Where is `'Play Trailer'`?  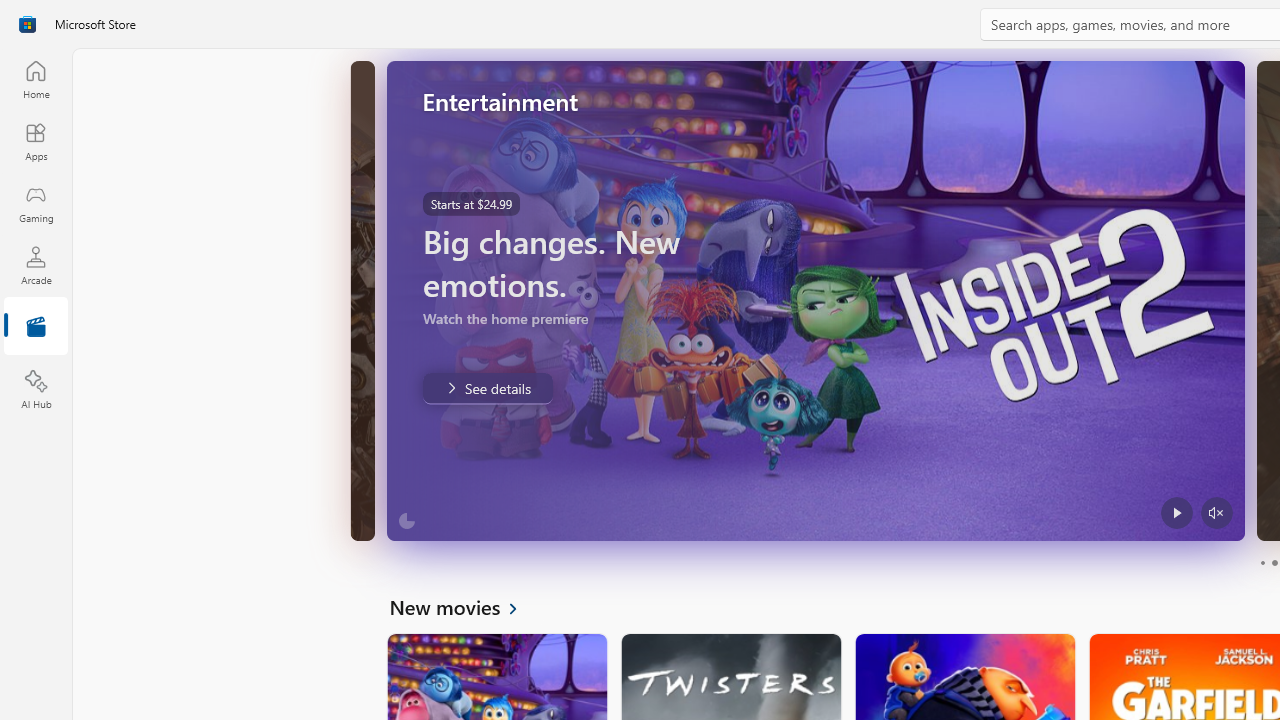
'Play Trailer' is located at coordinates (1175, 512).